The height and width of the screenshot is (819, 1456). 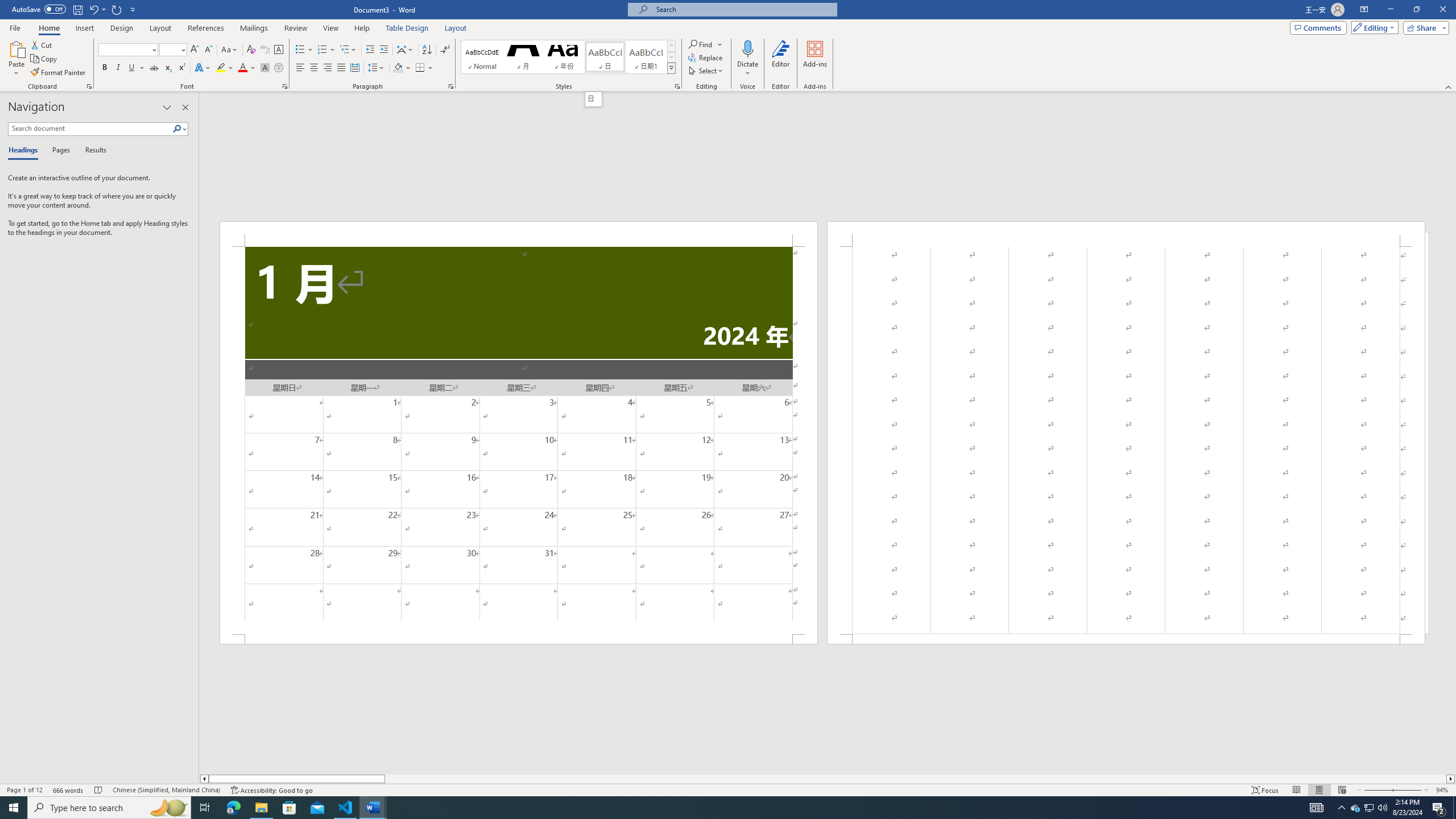 I want to click on 'Header -Section 1-', so click(x=1126, y=233).